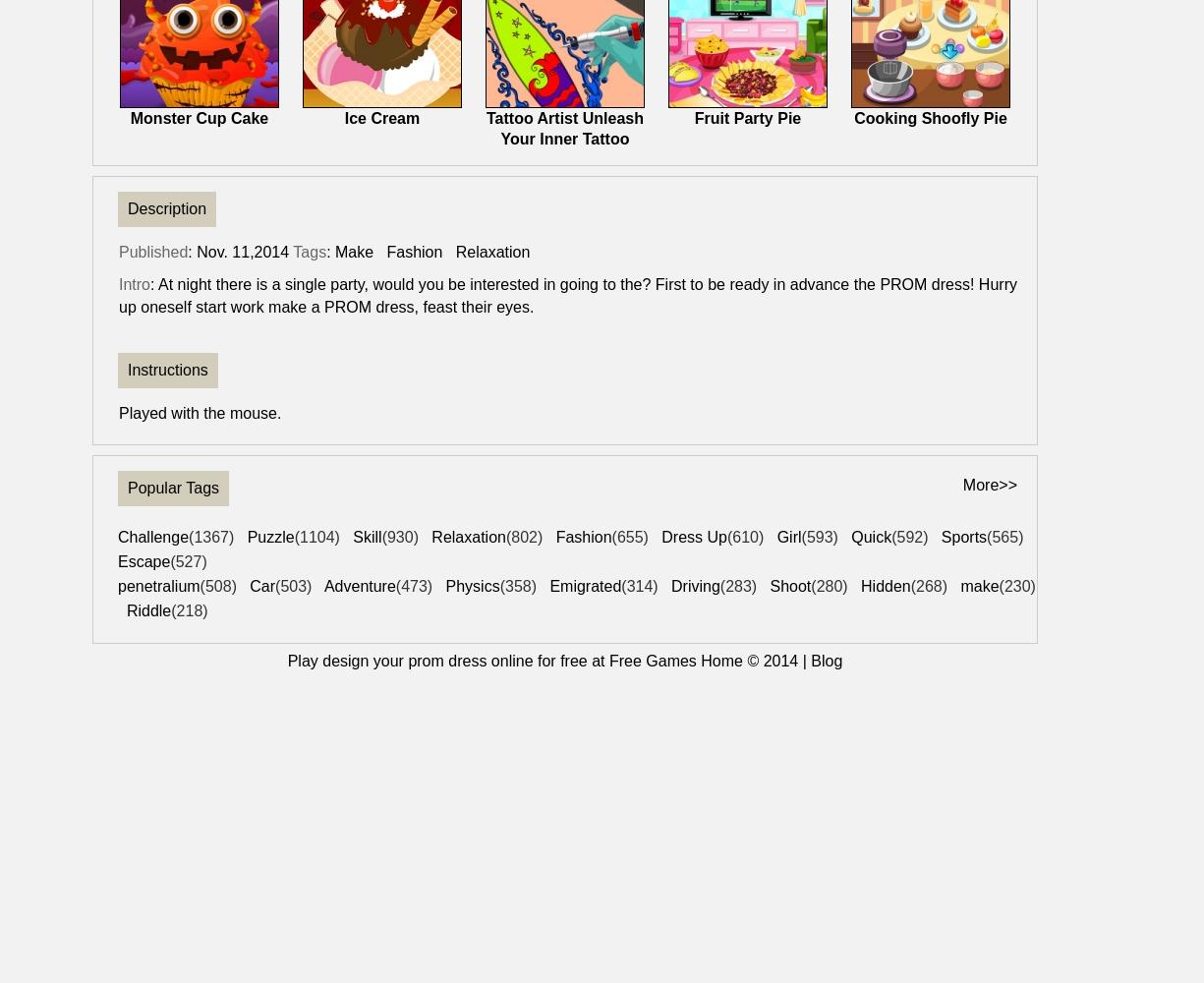  I want to click on 'Description', so click(166, 207).